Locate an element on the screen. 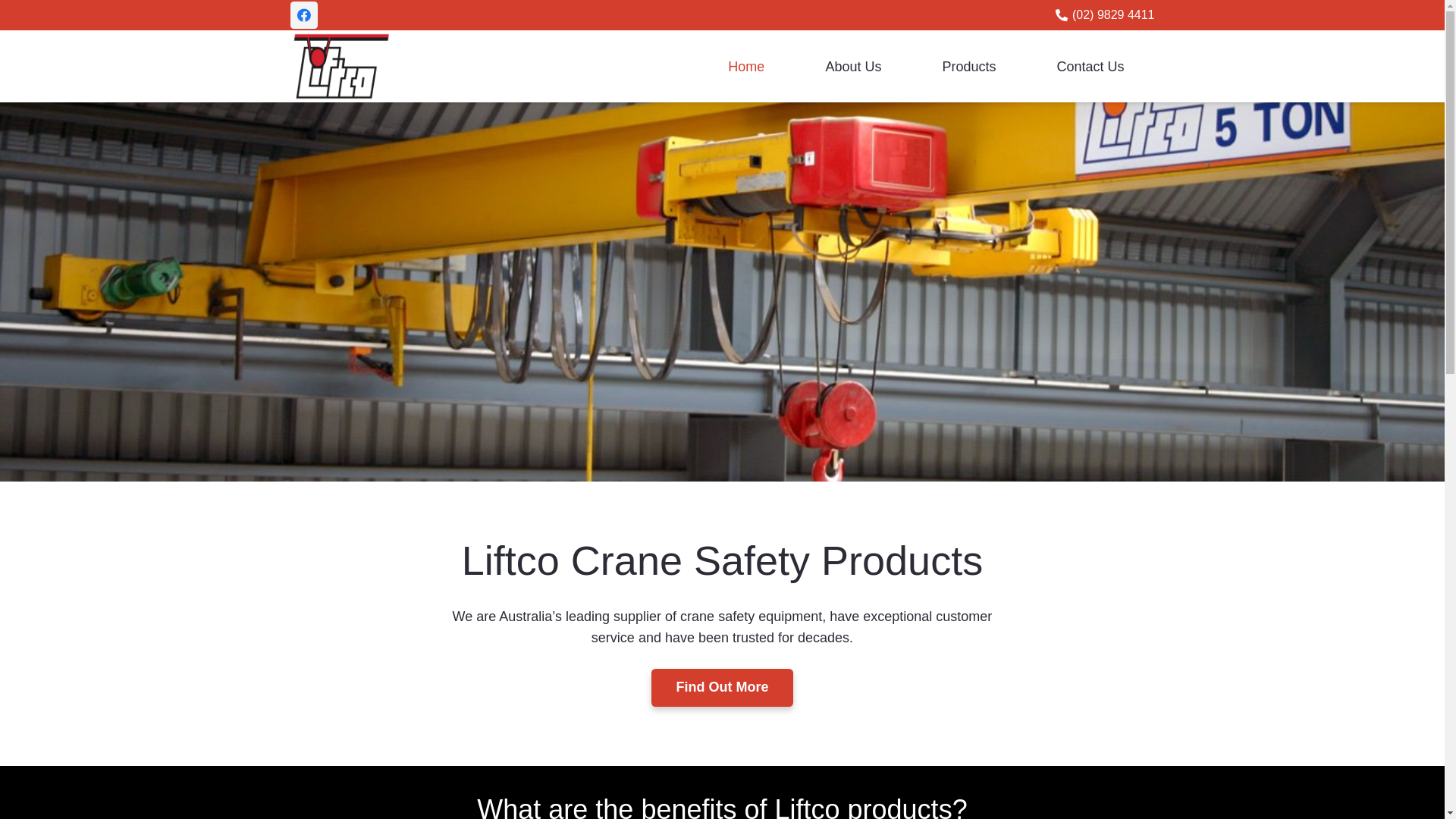  'Home' is located at coordinates (745, 65).